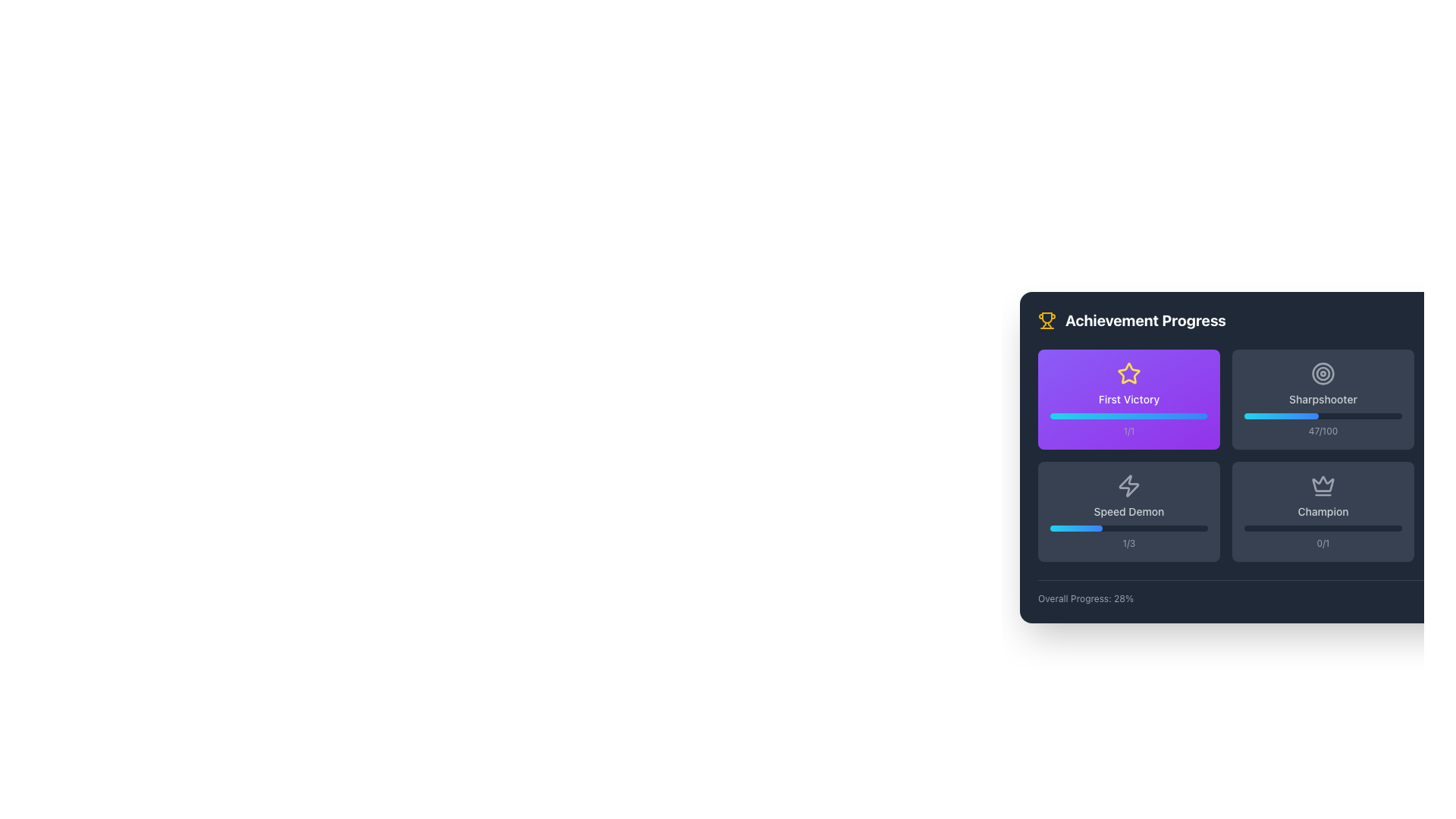  I want to click on the horizontal progress bar in the 'Sharpshooter' achievement section, which has a dark gray background and a gradient blue-to-cyan overlay indicating progress, so click(1323, 416).